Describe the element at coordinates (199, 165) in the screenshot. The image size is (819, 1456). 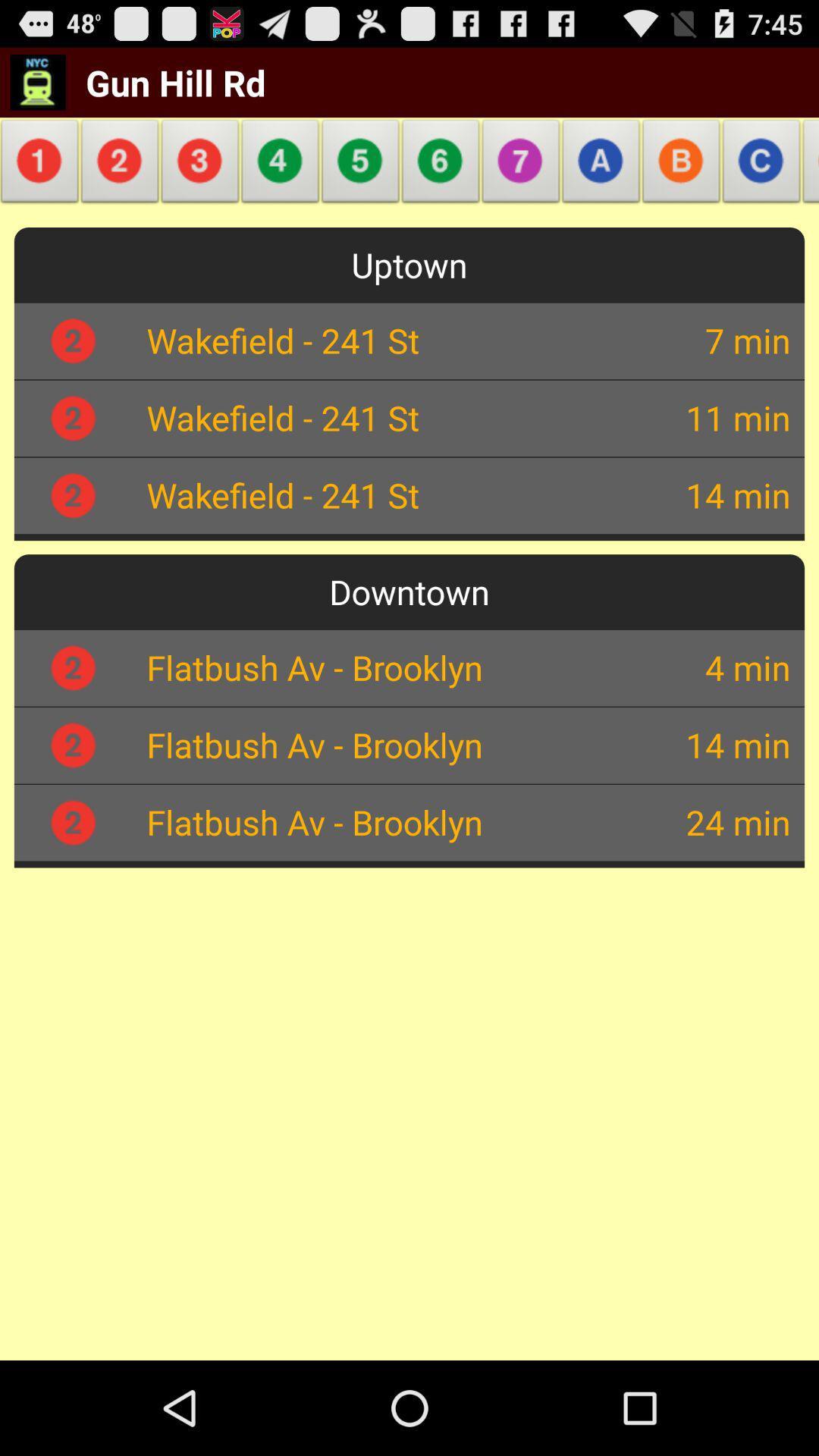
I see `app below the gun hill rd` at that location.